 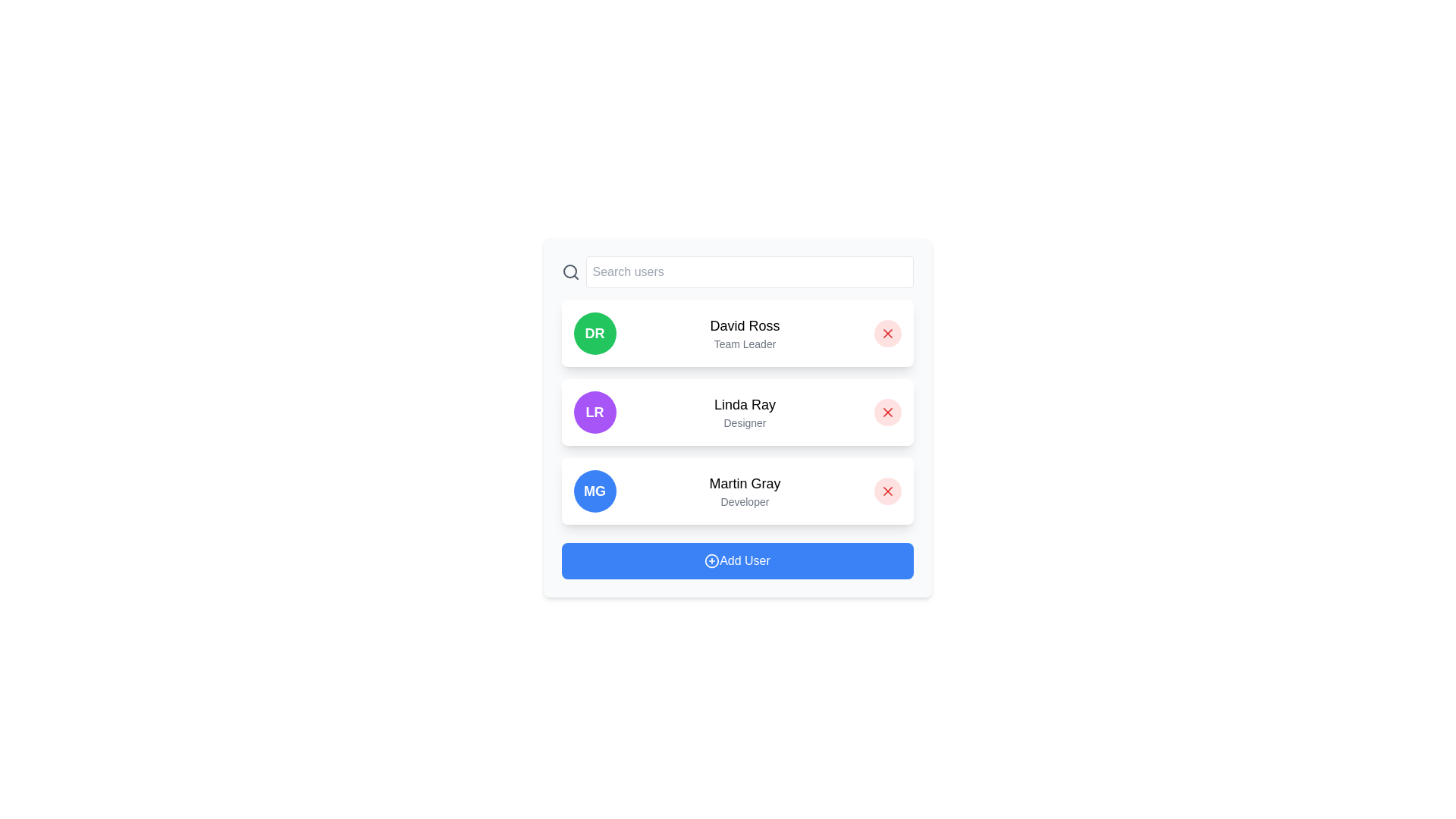 What do you see at coordinates (887, 412) in the screenshot?
I see `the delete button located to the far right of the second user row labeled 'Linda Ray Designer'` at bounding box center [887, 412].